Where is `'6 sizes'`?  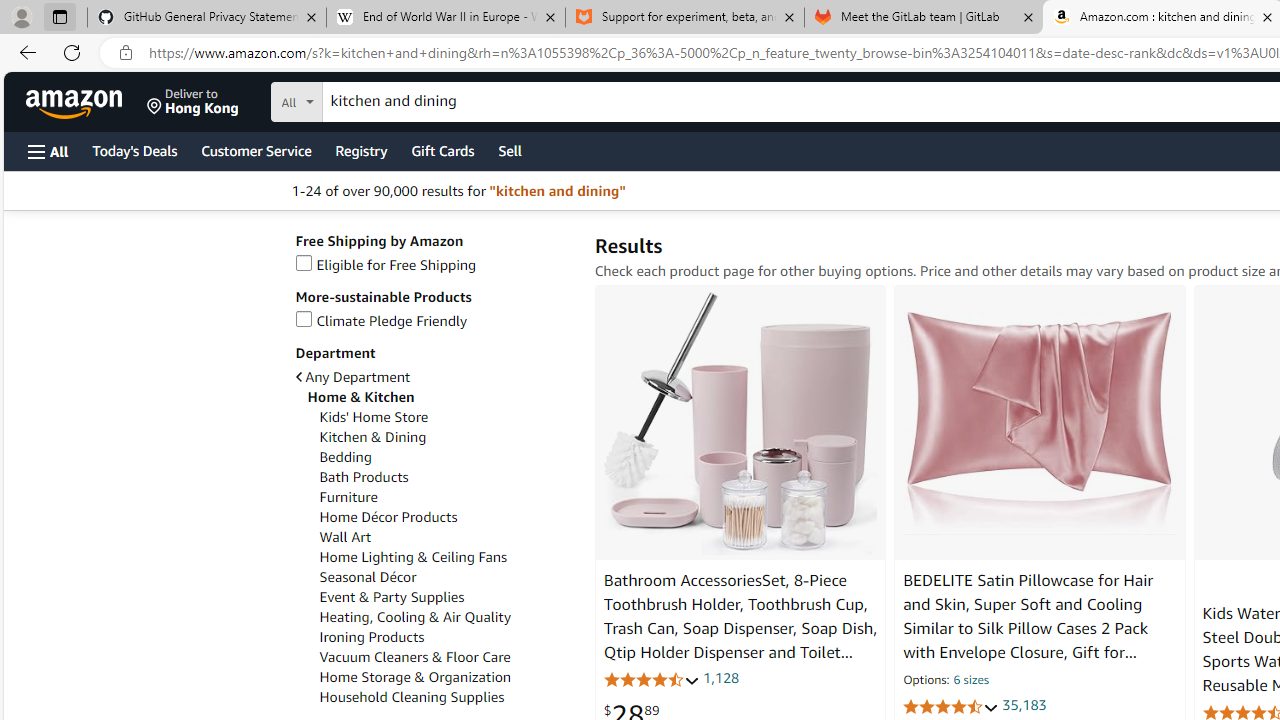
'6 sizes' is located at coordinates (970, 680).